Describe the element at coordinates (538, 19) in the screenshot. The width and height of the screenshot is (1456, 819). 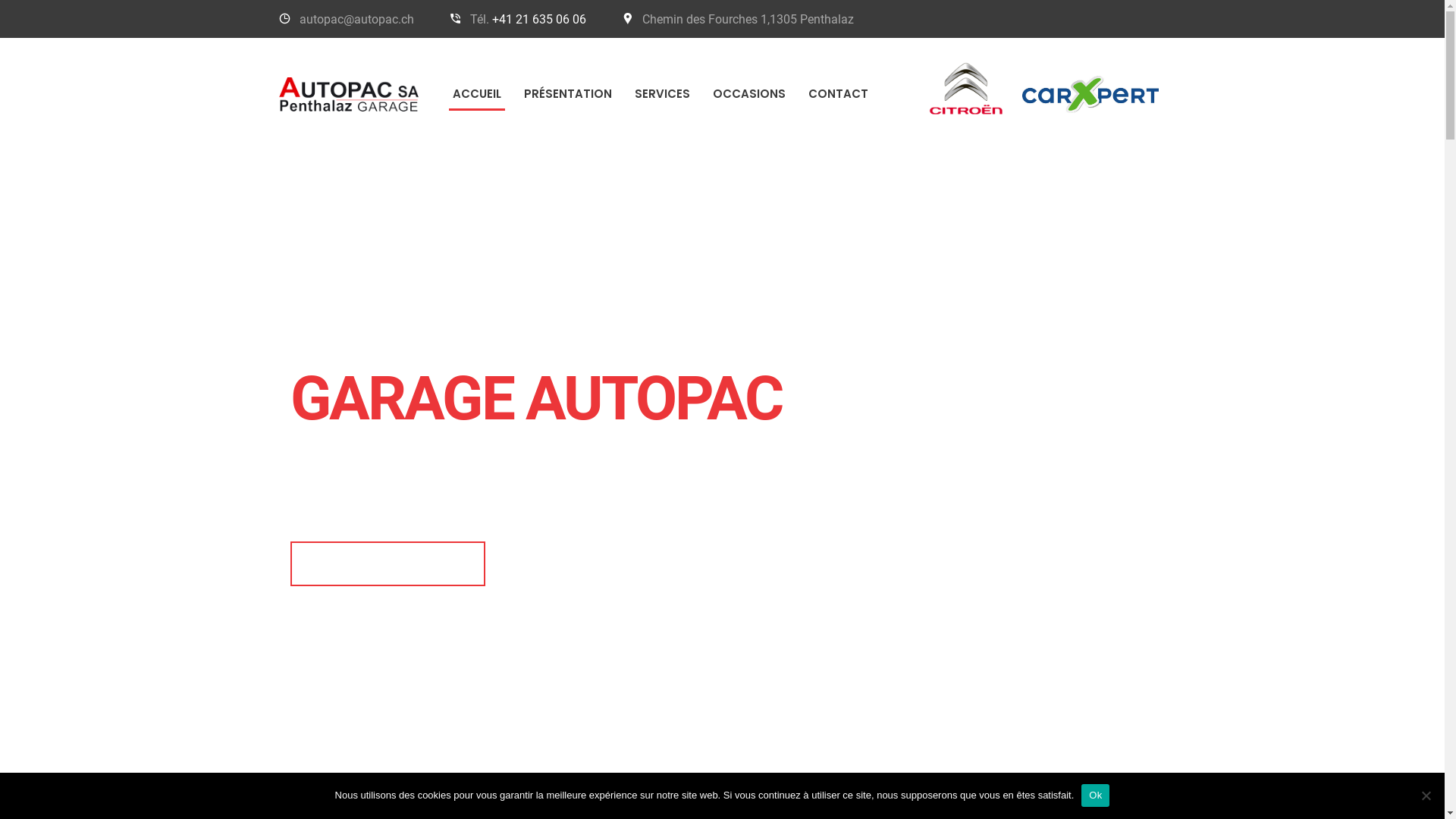
I see `'+41 21 635 06 06'` at that location.